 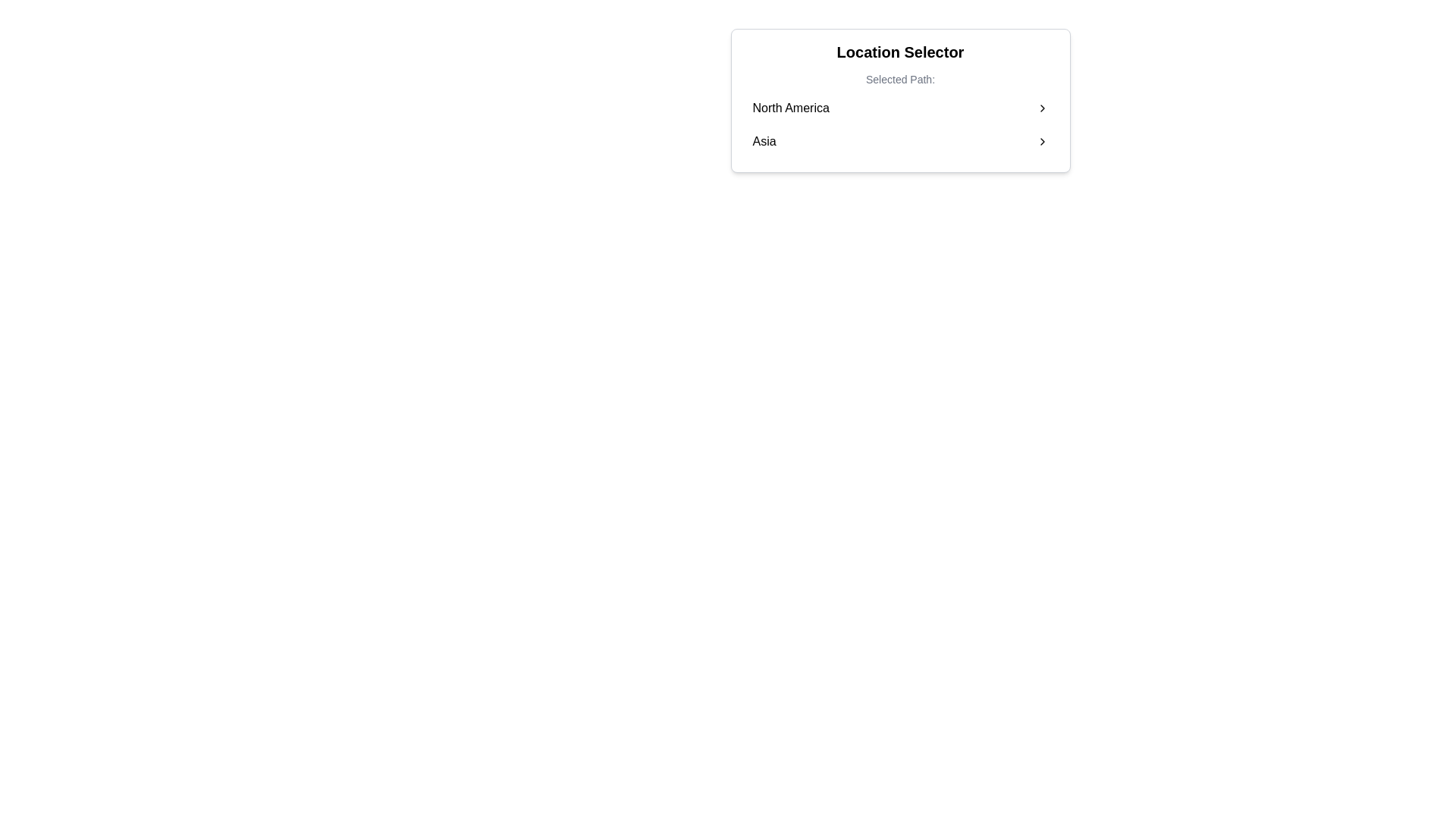 I want to click on the right-pointing chevron arrow icon located to the far right of the 'North America' text row, so click(x=1041, y=107).